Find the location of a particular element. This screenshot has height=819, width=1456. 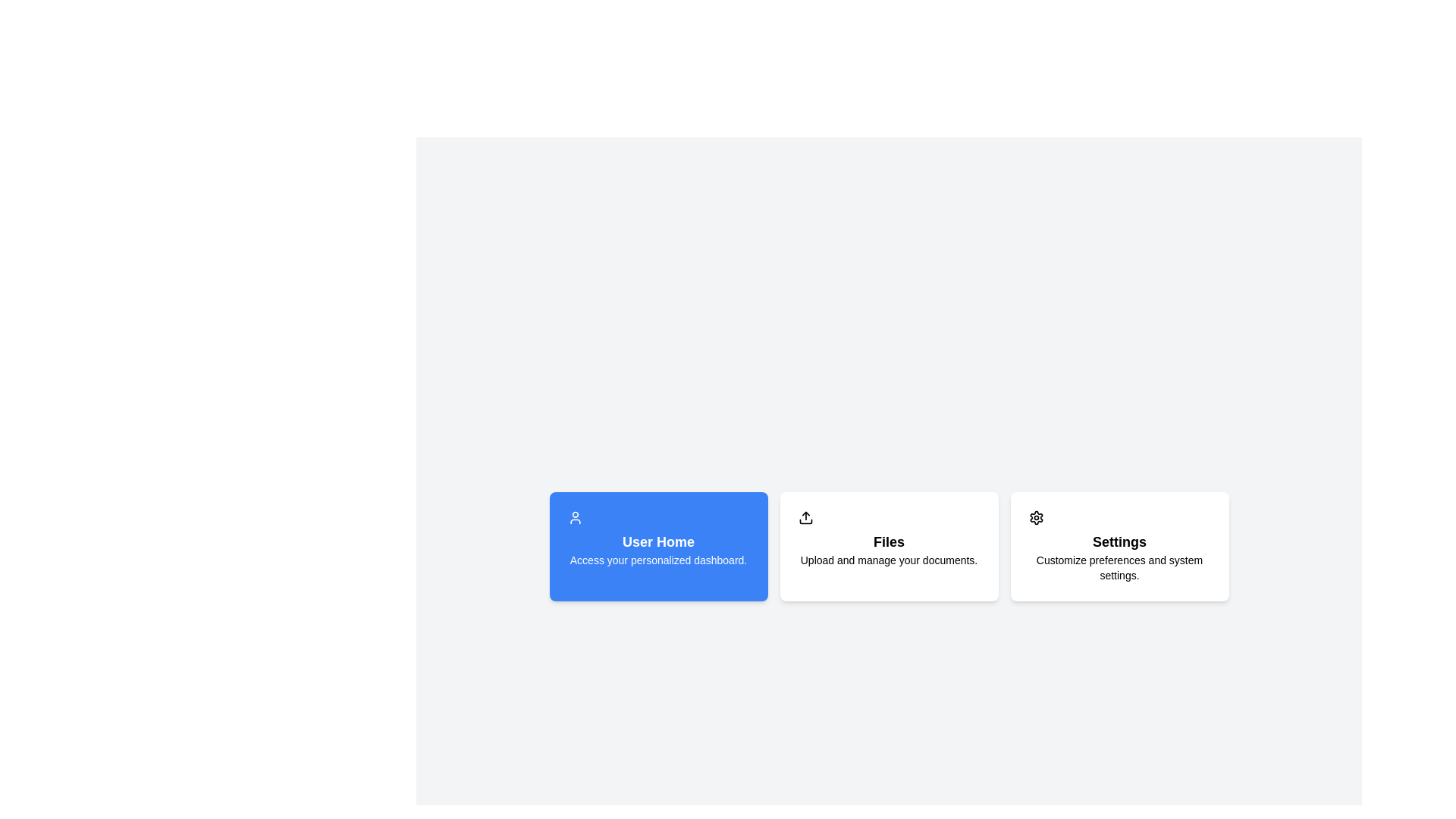

the informative text label that explains the functionality of the 'User Home' button, positioned within the blue card labeled 'User Home', below the heading 'User Home' is located at coordinates (658, 560).